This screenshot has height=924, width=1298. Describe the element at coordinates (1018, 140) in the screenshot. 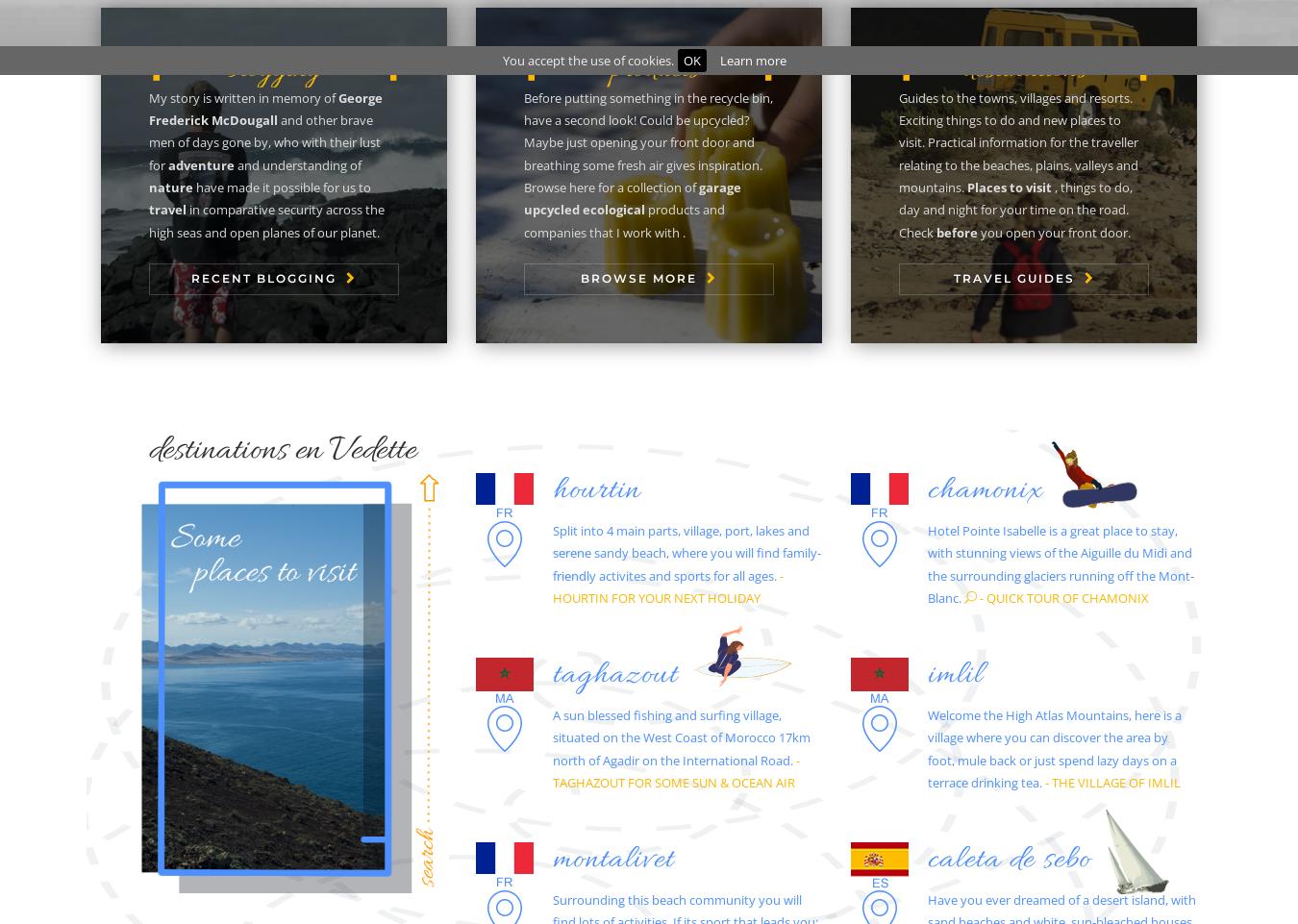

I see `'Guides to the towns, villages and resorts. Exciting things to do and new places to visit. Practical information for the traveller relating to the beaches, plains, valleys and mountains.'` at that location.